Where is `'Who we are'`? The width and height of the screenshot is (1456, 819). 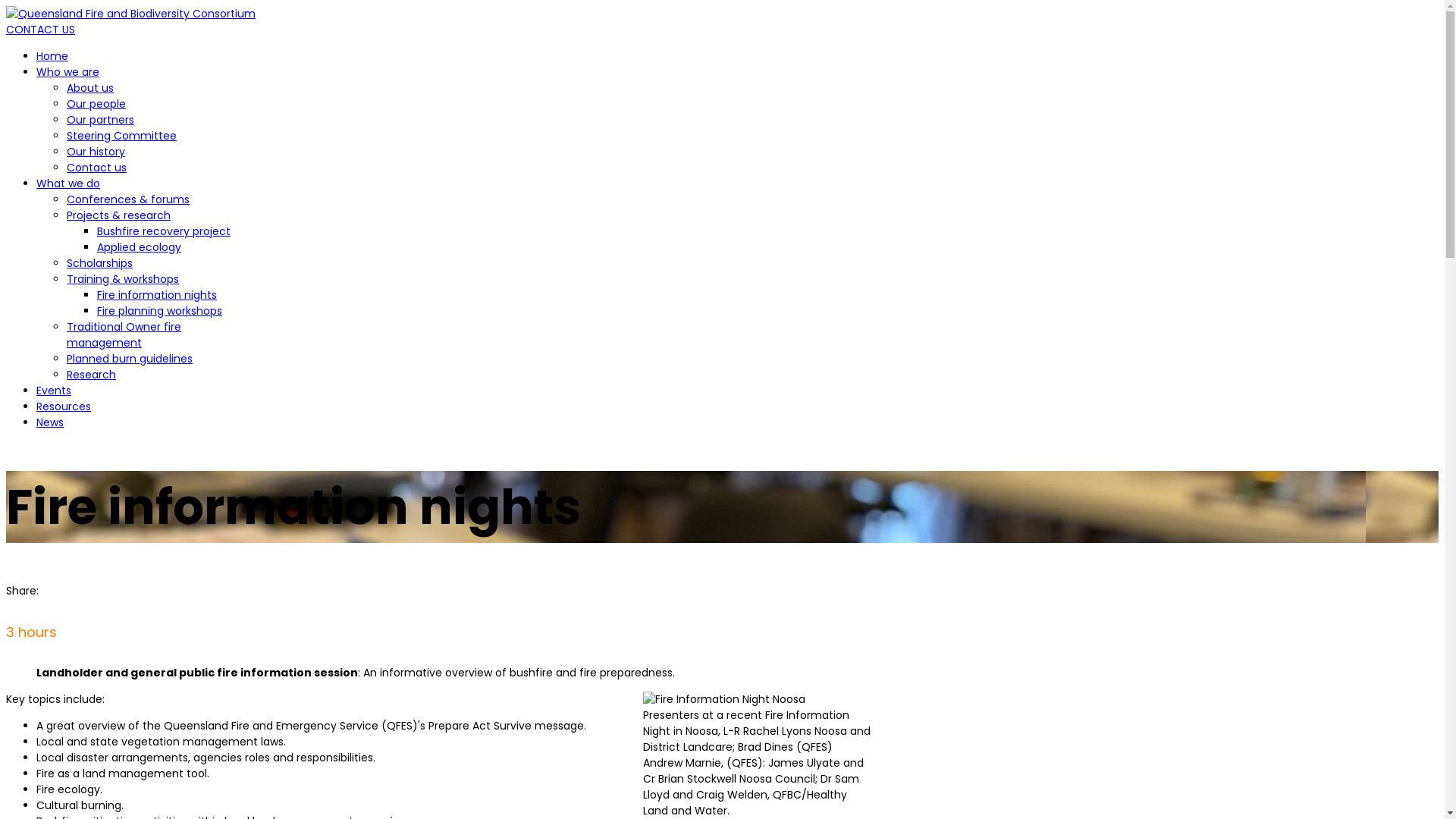 'Who we are' is located at coordinates (67, 72).